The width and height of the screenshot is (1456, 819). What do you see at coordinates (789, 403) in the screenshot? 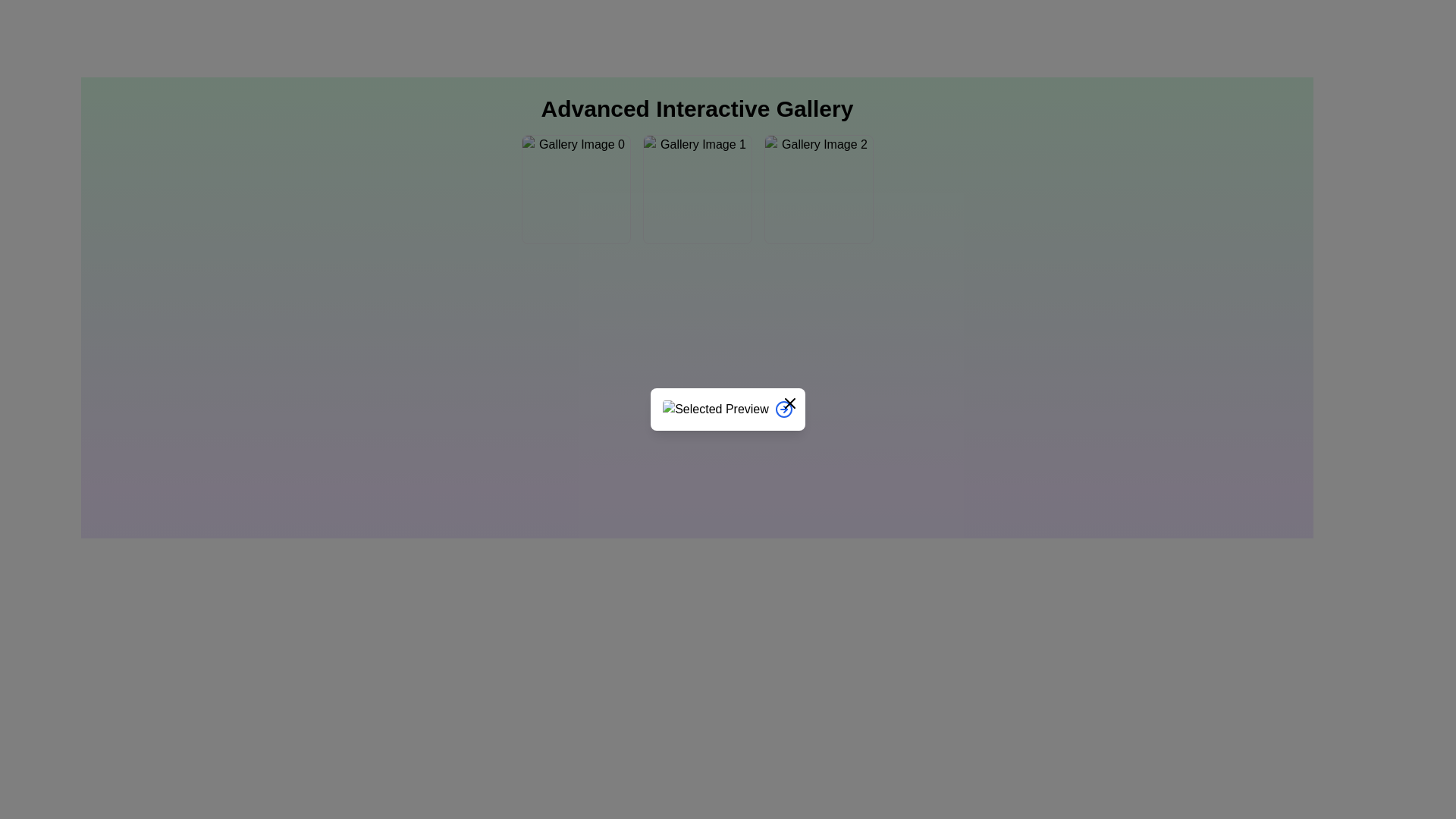
I see `the Close or Delete icon located at the top right corner of the 'Selected Preview' box` at bounding box center [789, 403].